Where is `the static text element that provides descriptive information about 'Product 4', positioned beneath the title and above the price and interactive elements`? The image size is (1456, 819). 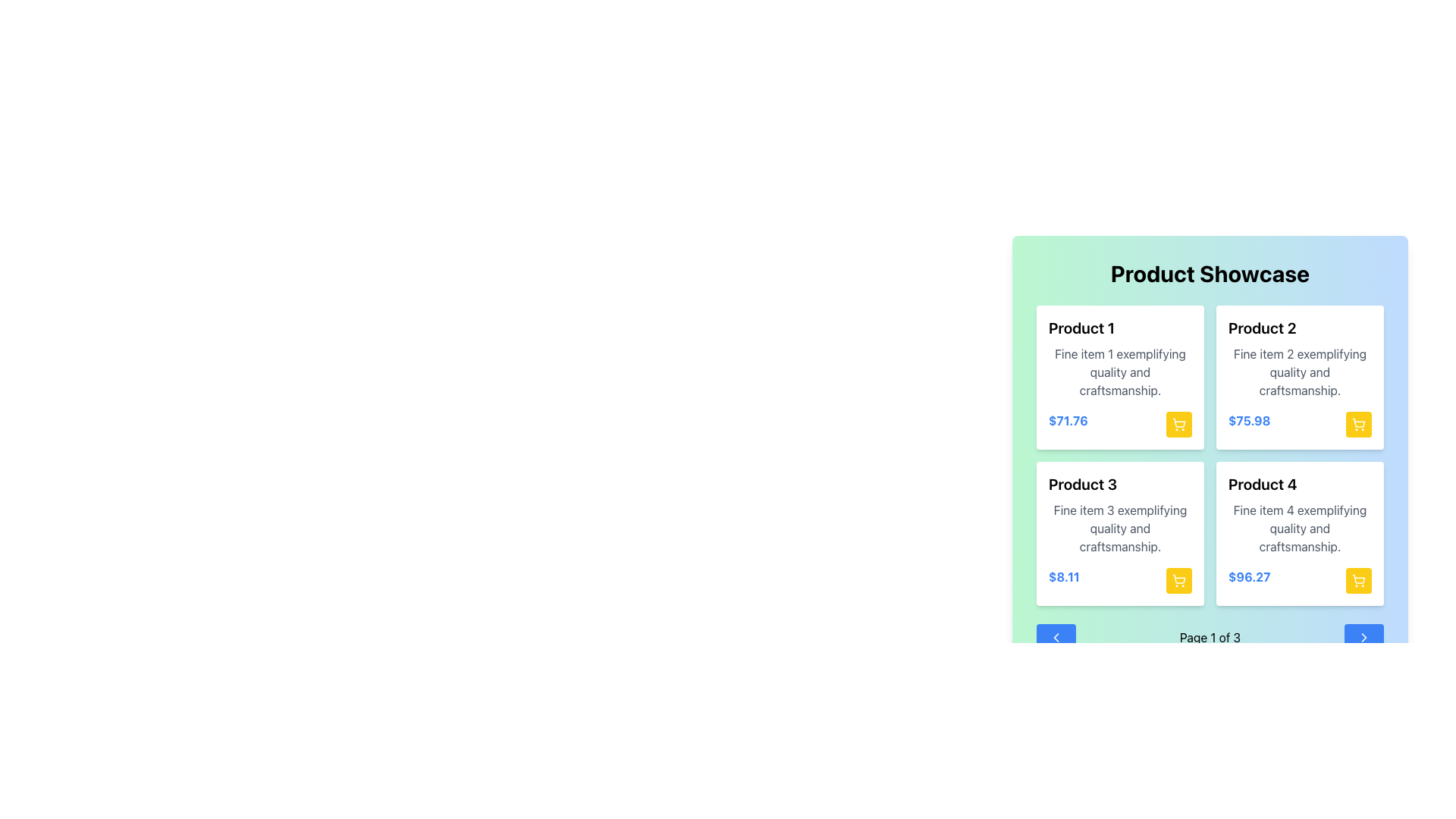 the static text element that provides descriptive information about 'Product 4', positioned beneath the title and above the price and interactive elements is located at coordinates (1299, 528).